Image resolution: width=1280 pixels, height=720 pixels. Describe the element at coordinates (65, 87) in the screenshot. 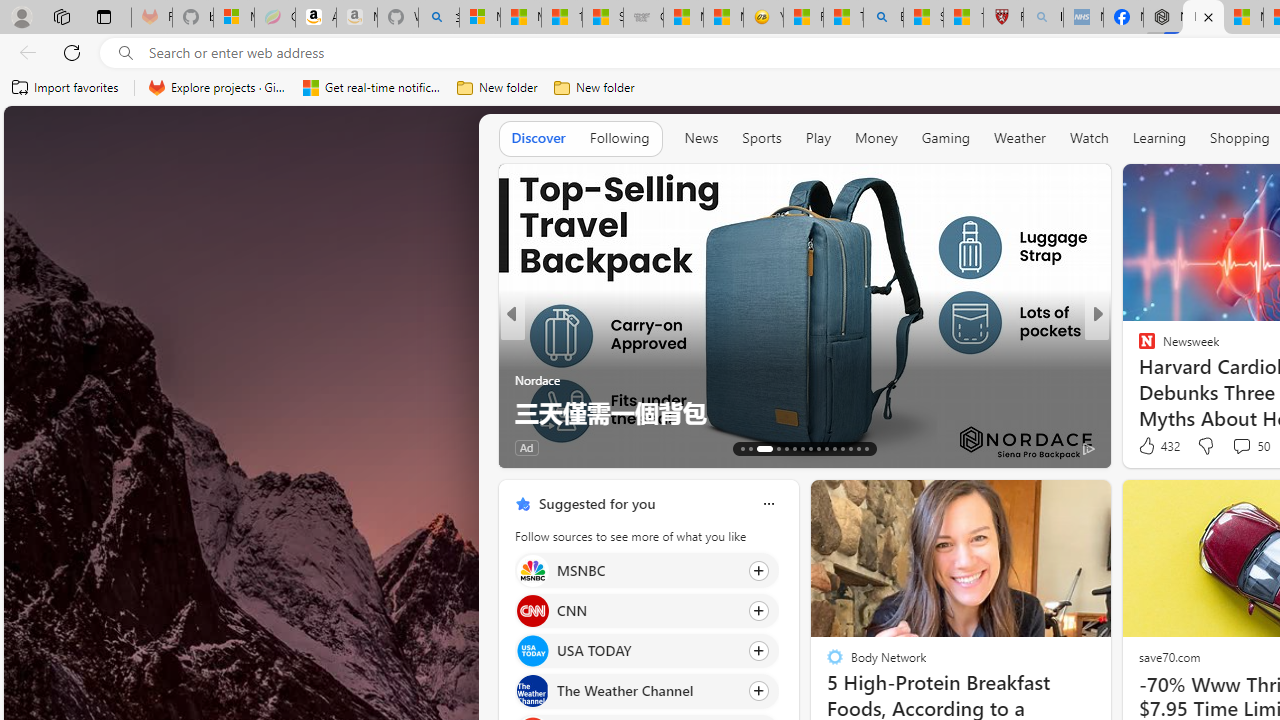

I see `'Import favorites'` at that location.